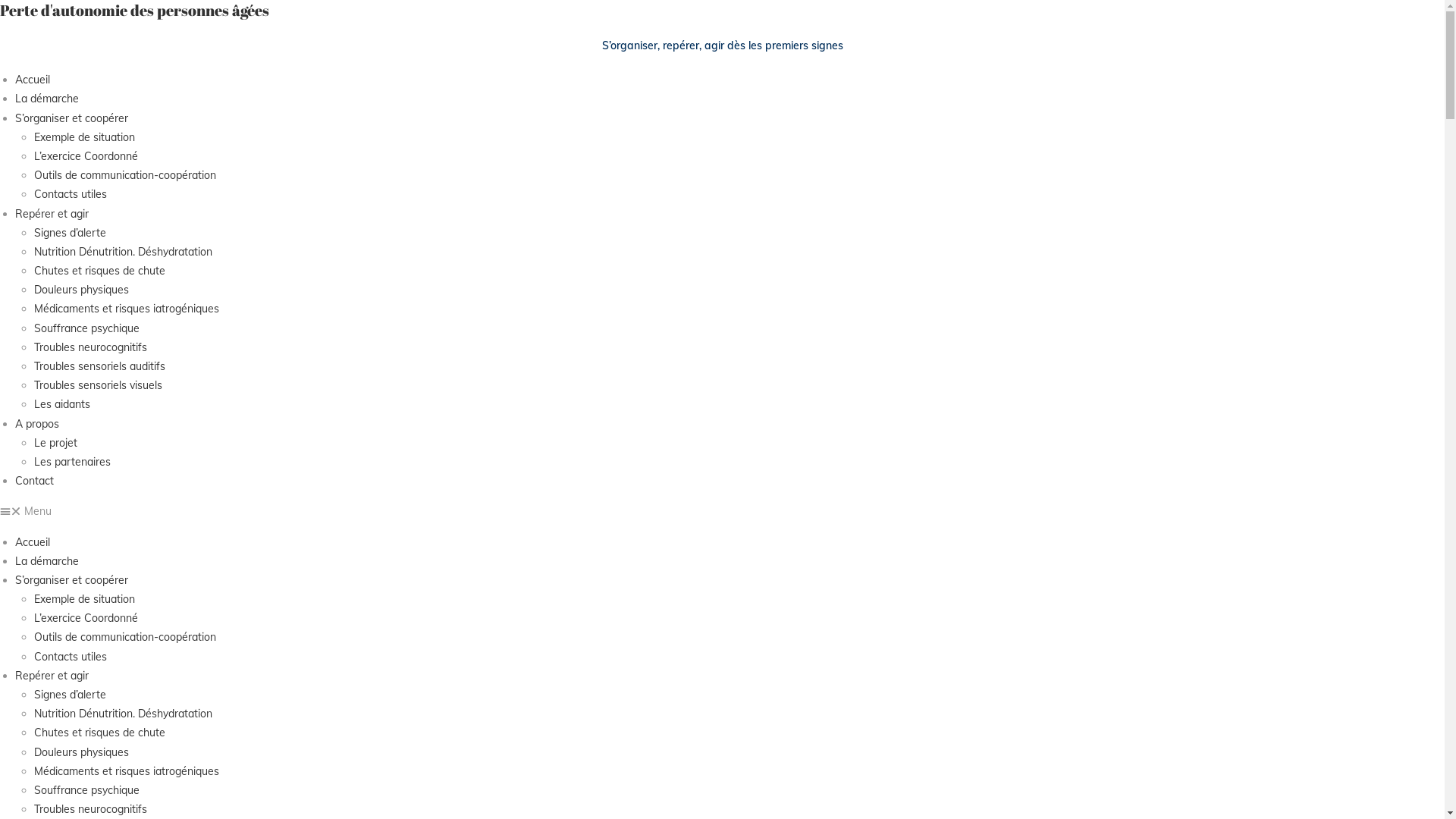 This screenshot has height=819, width=1456. What do you see at coordinates (99, 731) in the screenshot?
I see `'Chutes et risques de chute'` at bounding box center [99, 731].